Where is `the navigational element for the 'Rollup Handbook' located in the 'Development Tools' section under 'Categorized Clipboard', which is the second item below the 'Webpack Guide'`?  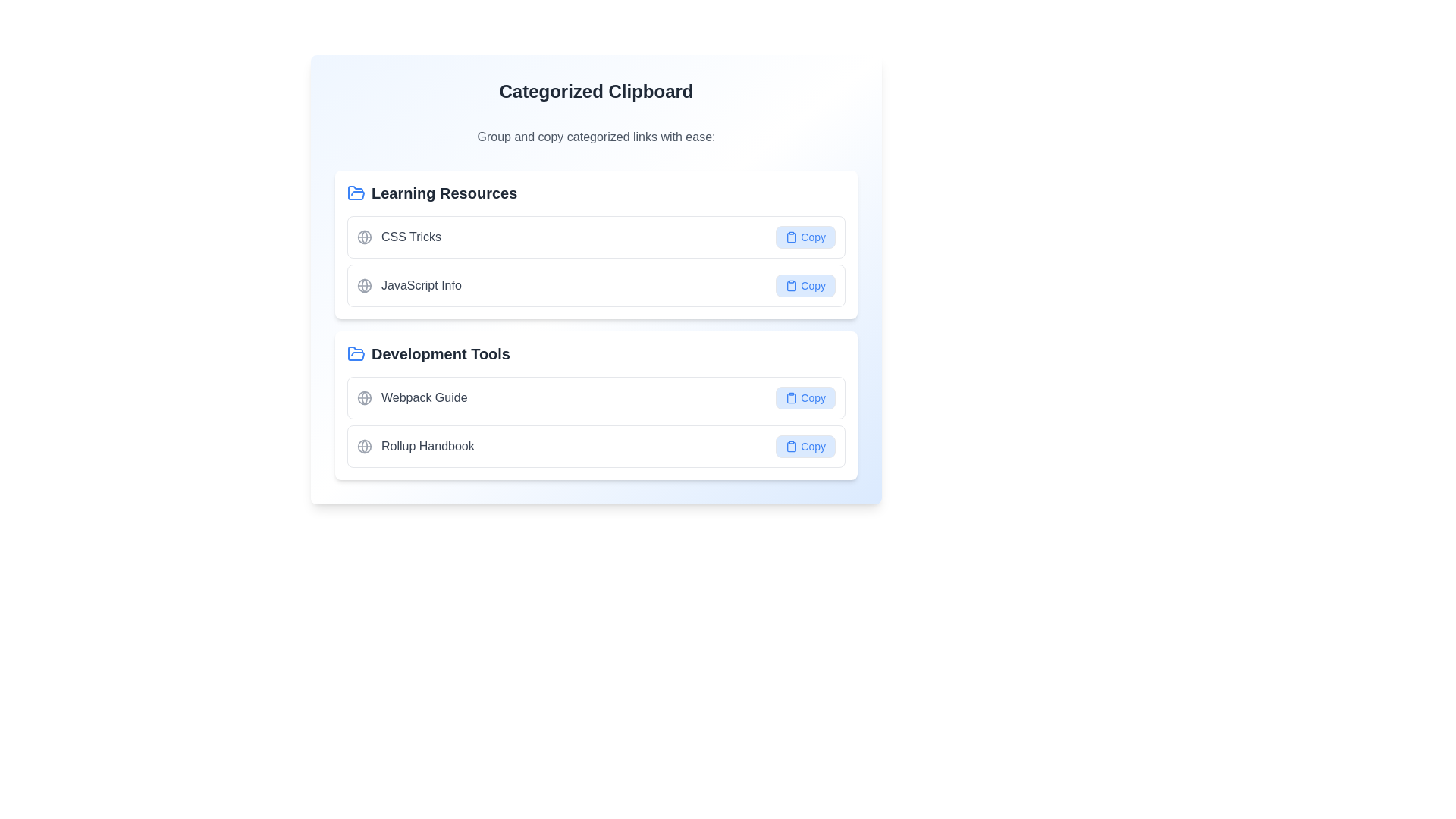
the navigational element for the 'Rollup Handbook' located in the 'Development Tools' section under 'Categorized Clipboard', which is the second item below the 'Webpack Guide' is located at coordinates (416, 446).